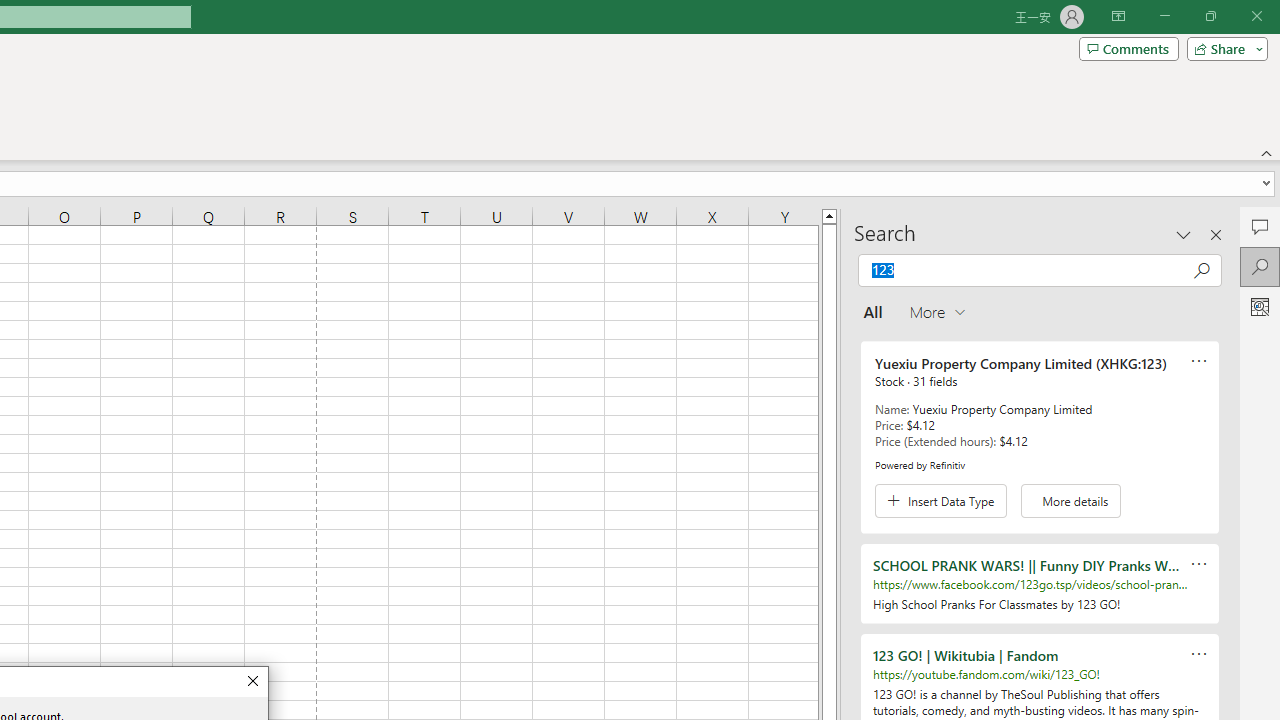 This screenshot has width=1280, height=720. Describe the element at coordinates (1209, 16) in the screenshot. I see `'Restore Down'` at that location.